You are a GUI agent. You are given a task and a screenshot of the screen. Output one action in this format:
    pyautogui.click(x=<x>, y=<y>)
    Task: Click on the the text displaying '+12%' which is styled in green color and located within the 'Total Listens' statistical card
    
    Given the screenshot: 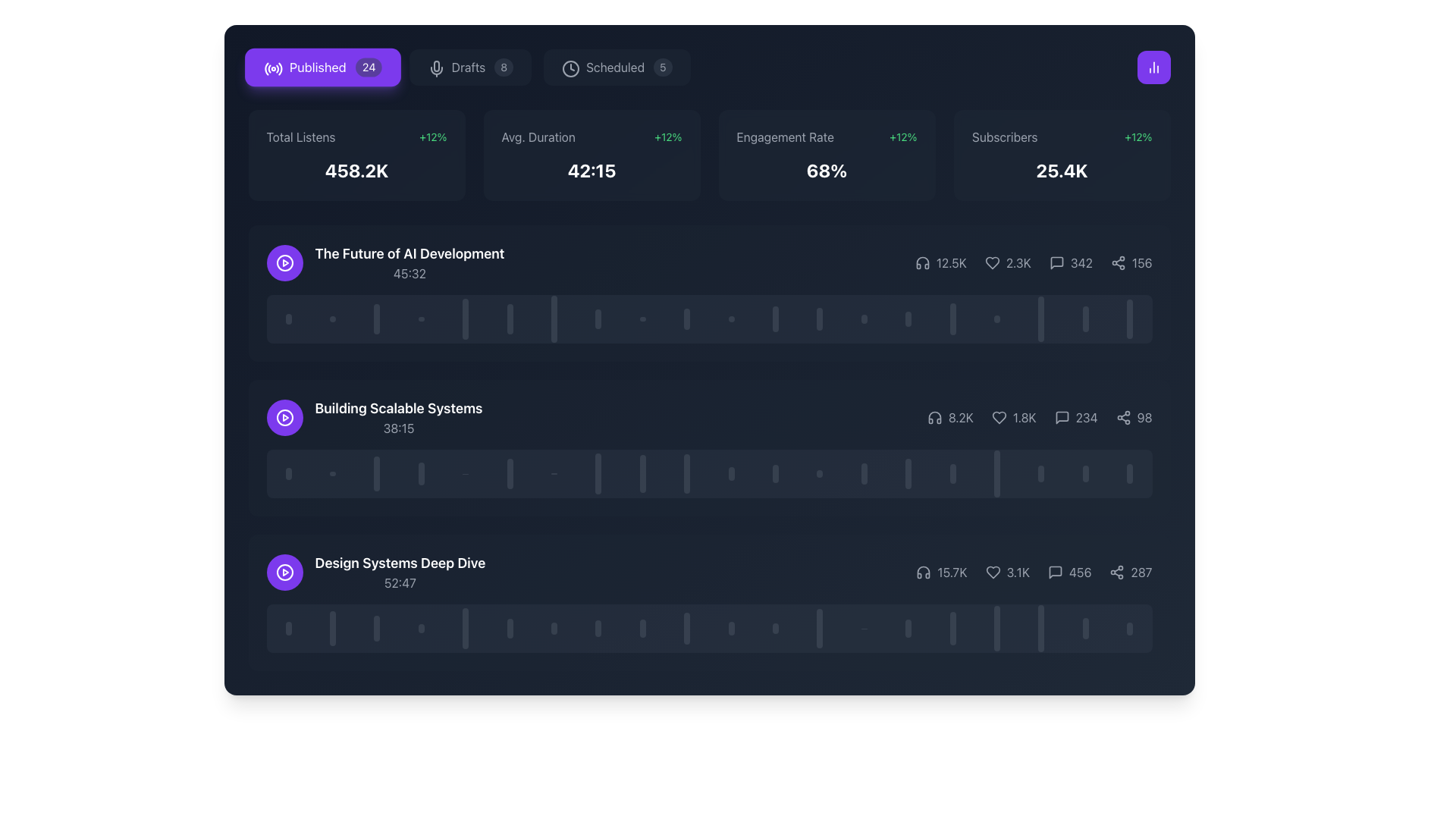 What is the action you would take?
    pyautogui.click(x=432, y=137)
    